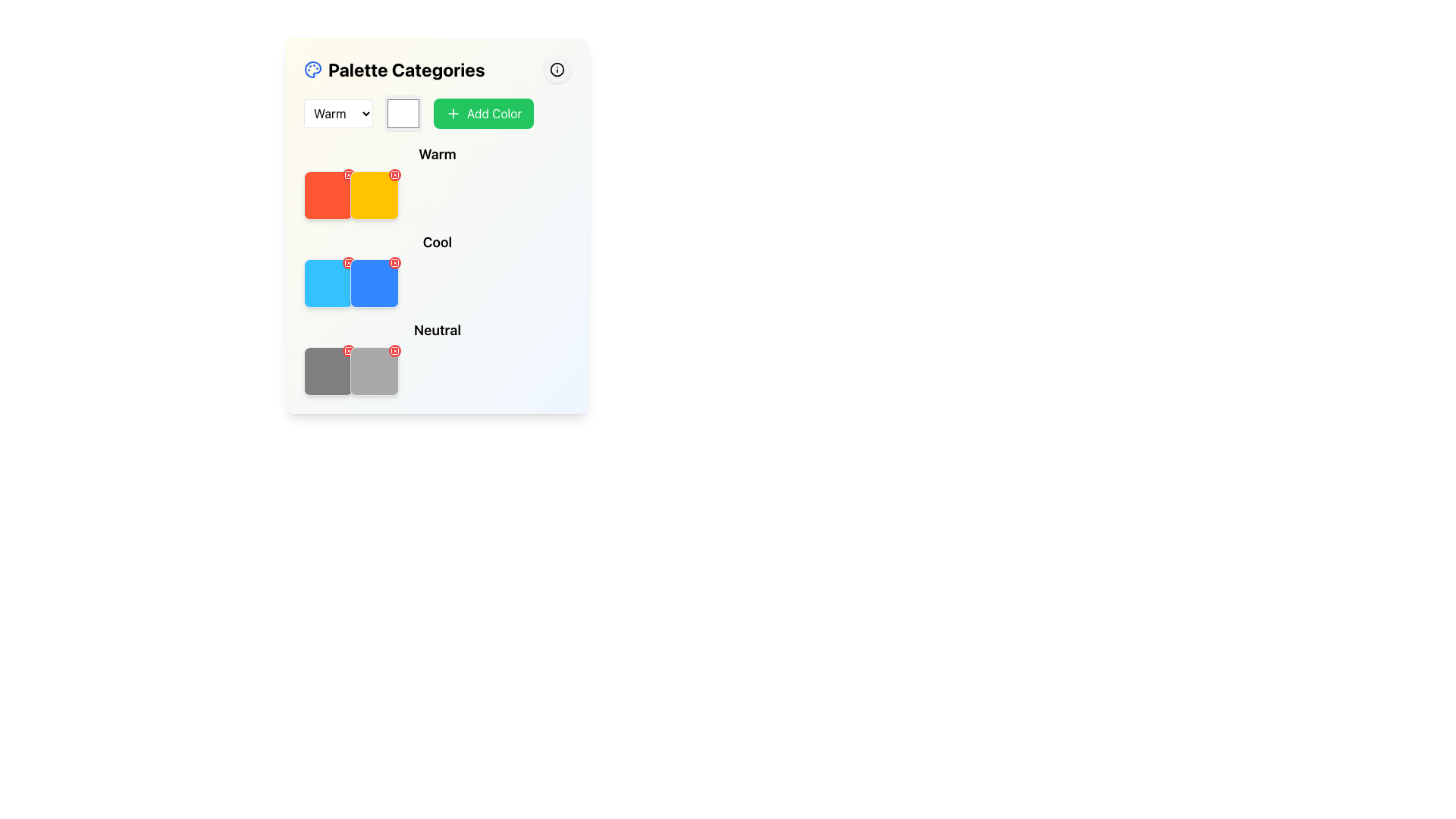  Describe the element at coordinates (436, 155) in the screenshot. I see `the 'Warm' category label in the color palette selector, which is centrally positioned above two colored squares` at that location.